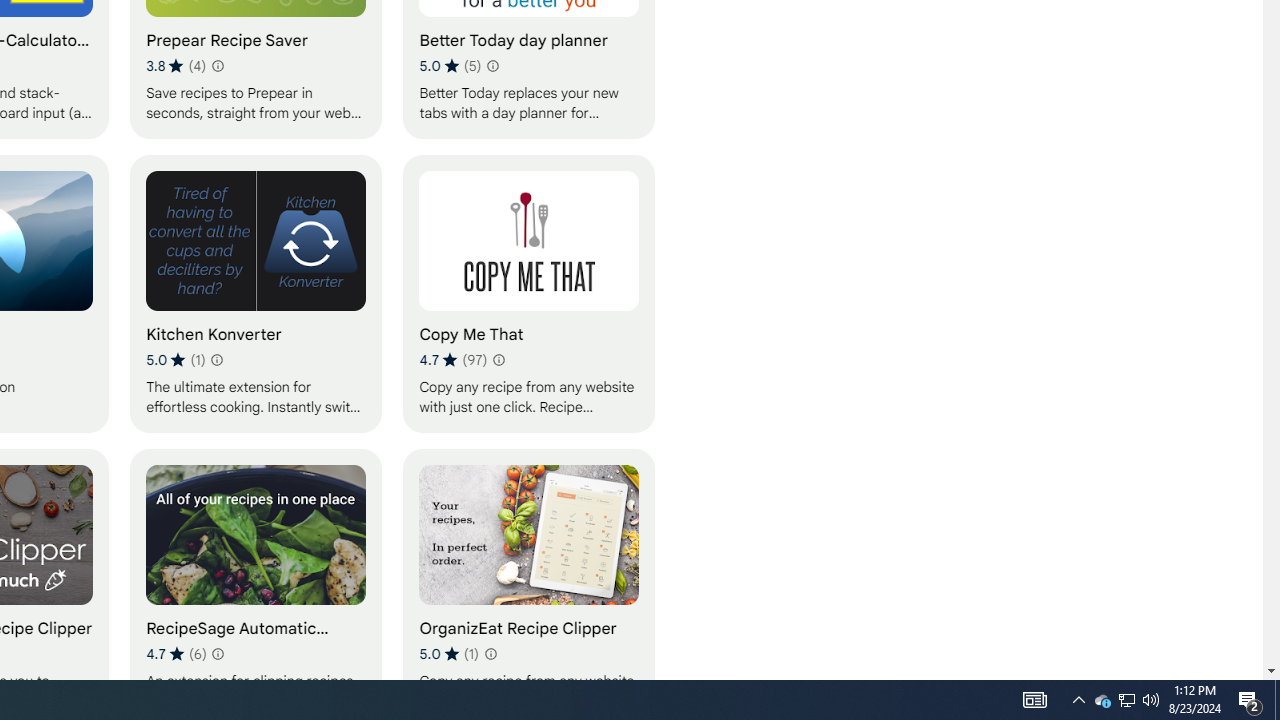 This screenshot has width=1280, height=720. I want to click on 'Average rating 5 out of 5 stars. 5 ratings.', so click(449, 65).